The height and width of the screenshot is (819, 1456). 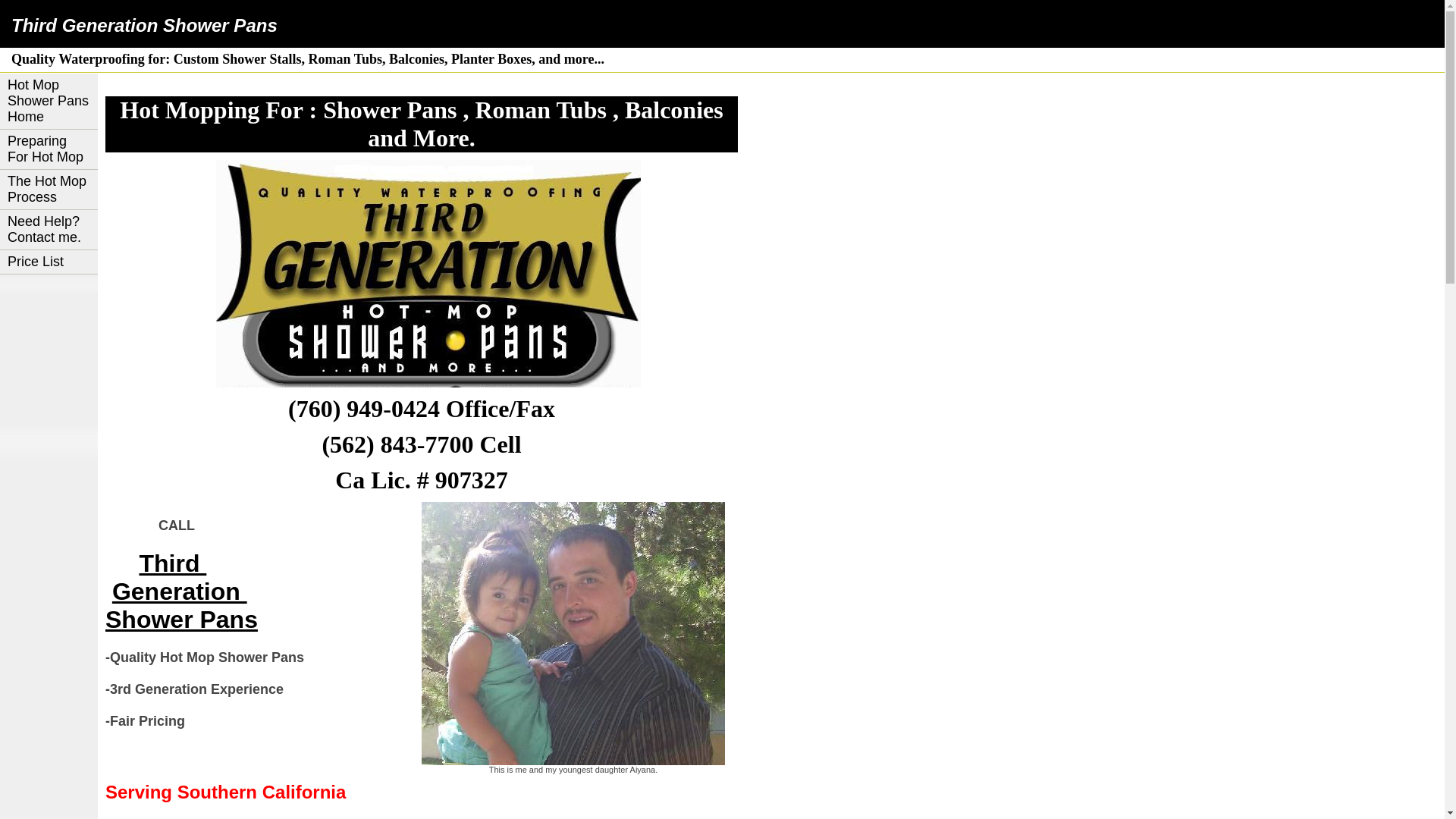 I want to click on 'Need Help? Contact me.', so click(x=49, y=230).